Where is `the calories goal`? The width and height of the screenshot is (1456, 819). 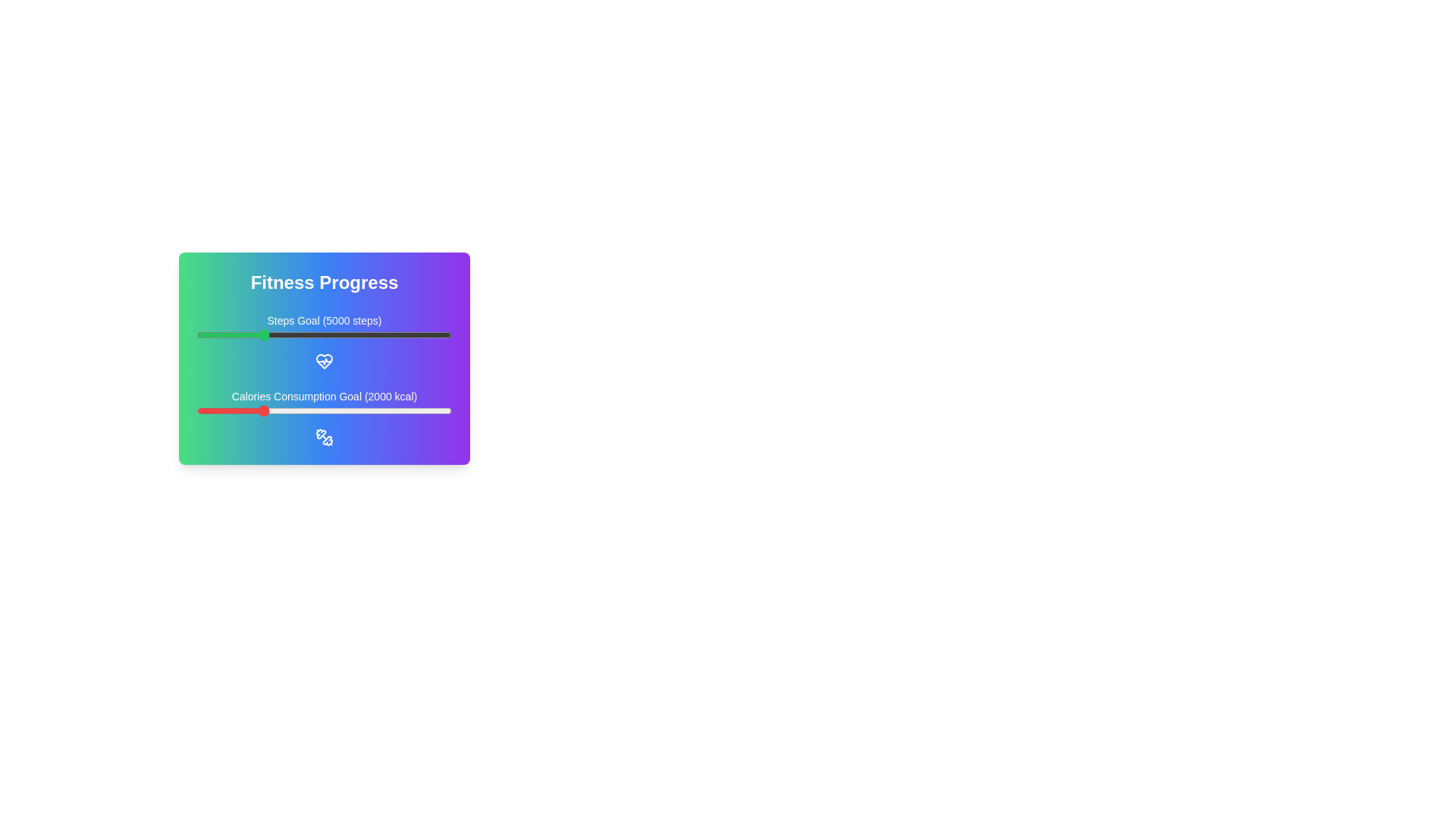
the calories goal is located at coordinates (253, 411).